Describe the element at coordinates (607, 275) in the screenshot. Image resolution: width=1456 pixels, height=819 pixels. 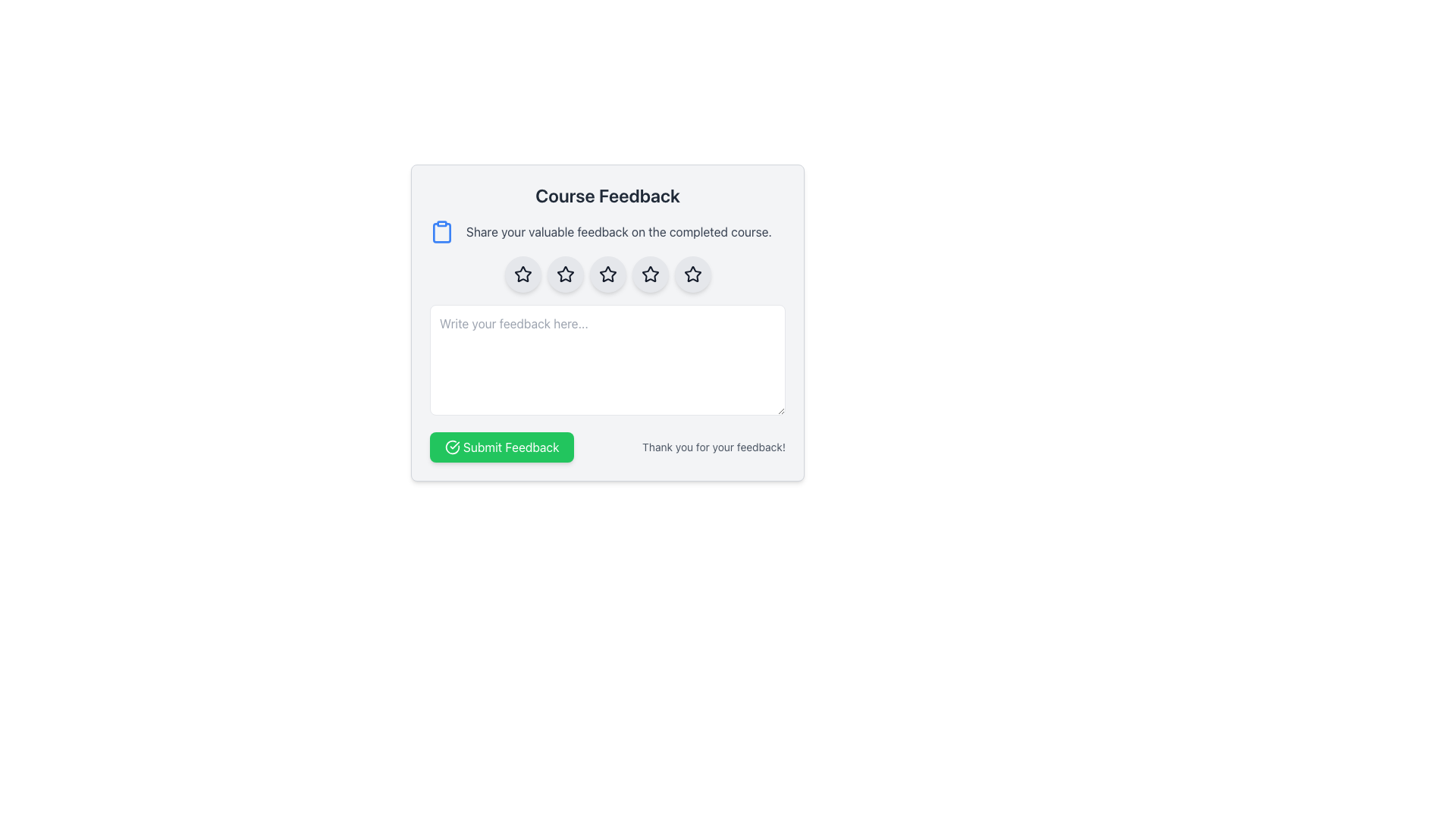
I see `the third star icon in the rating widget located in the 'Course Feedback' section` at that location.